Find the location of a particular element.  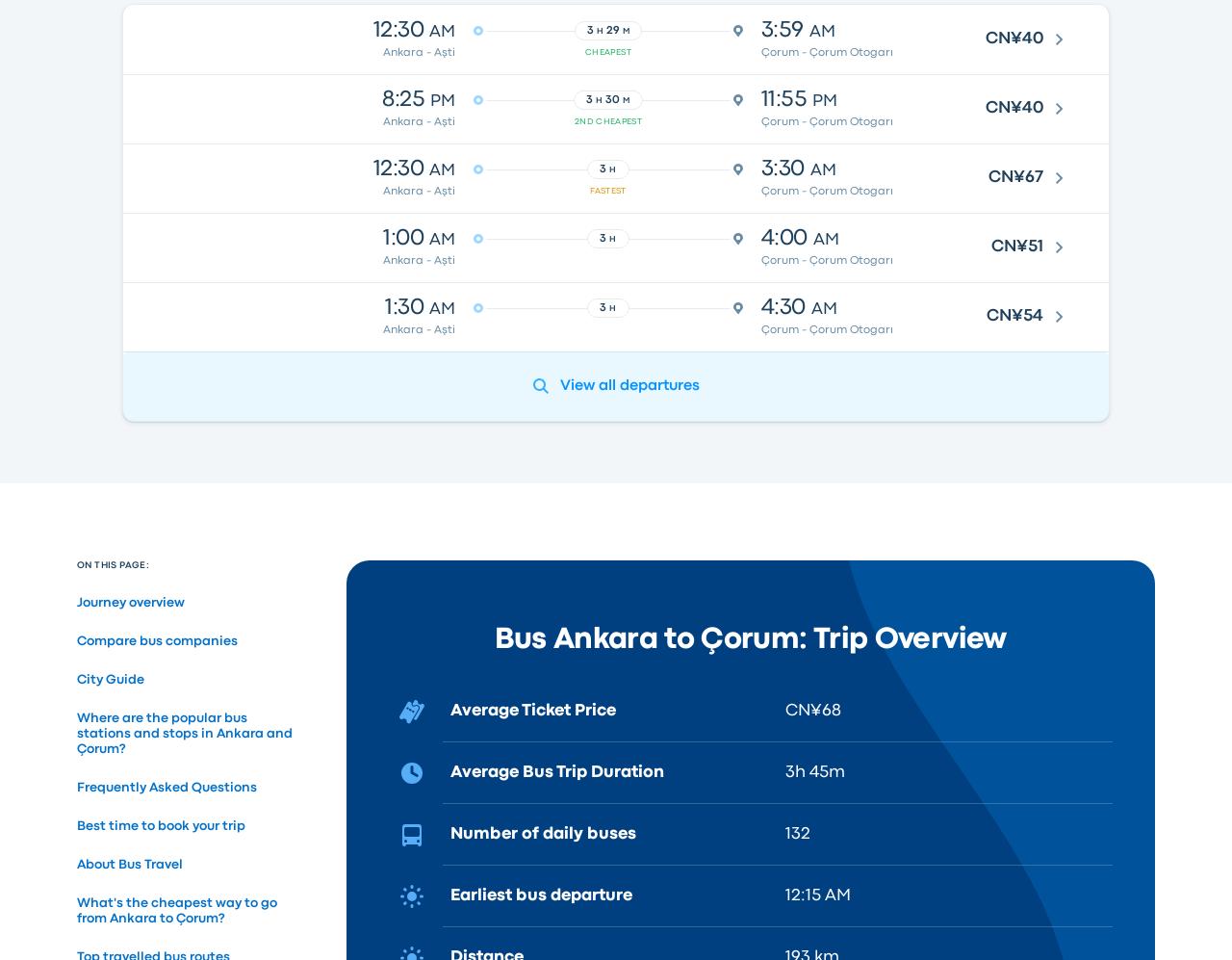

'132' is located at coordinates (797, 832).